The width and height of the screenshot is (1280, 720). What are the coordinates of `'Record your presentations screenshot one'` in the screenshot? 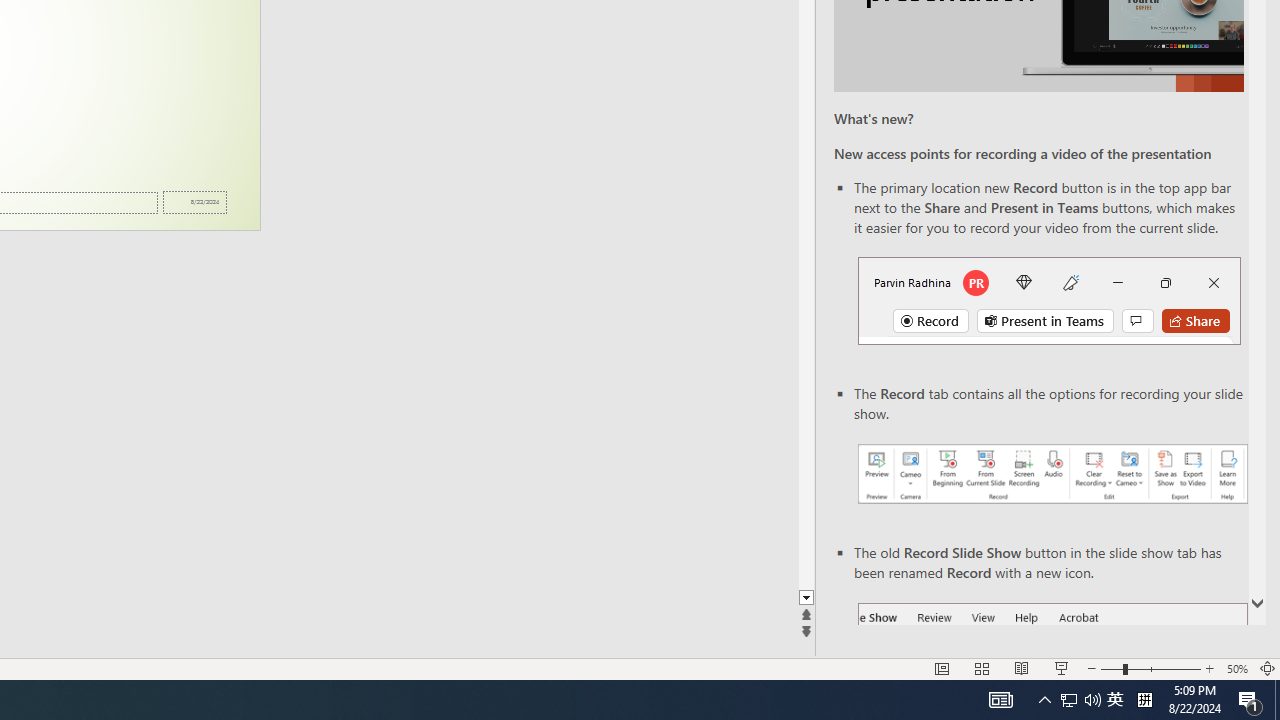 It's located at (1051, 474).